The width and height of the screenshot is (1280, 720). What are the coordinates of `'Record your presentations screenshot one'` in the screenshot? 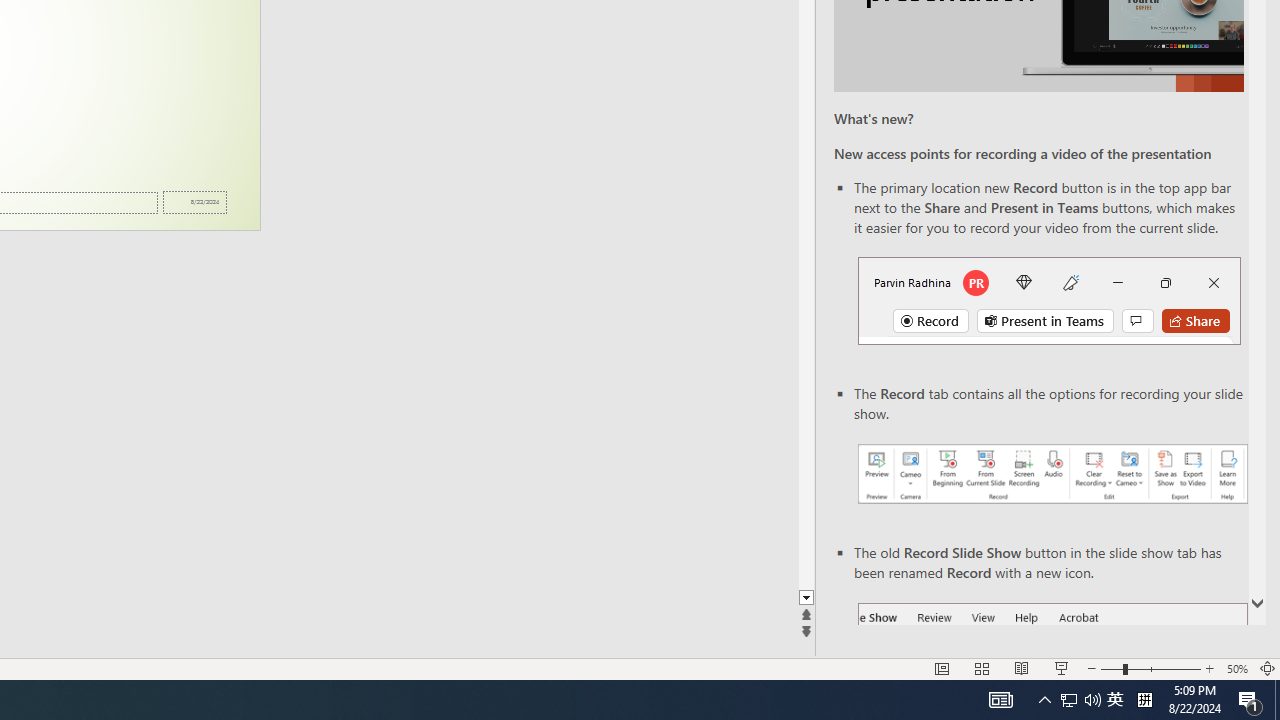 It's located at (1051, 474).